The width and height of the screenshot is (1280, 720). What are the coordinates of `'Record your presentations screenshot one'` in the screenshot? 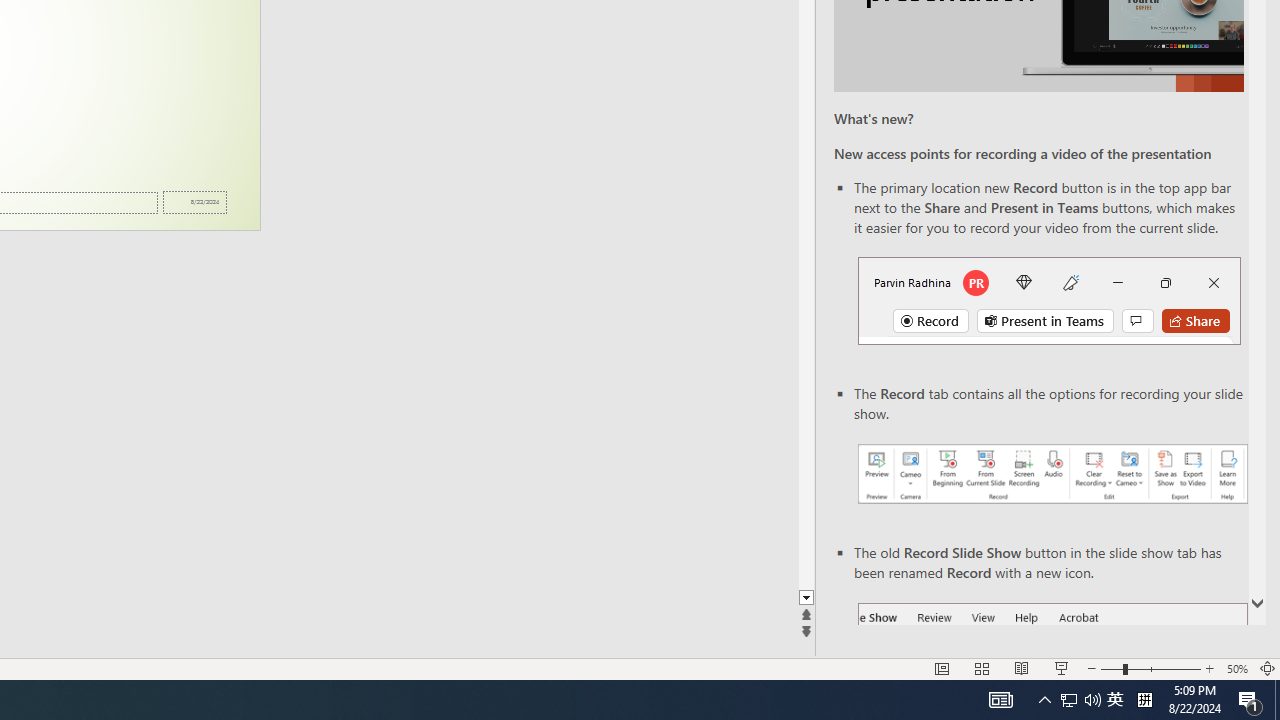 It's located at (1051, 474).